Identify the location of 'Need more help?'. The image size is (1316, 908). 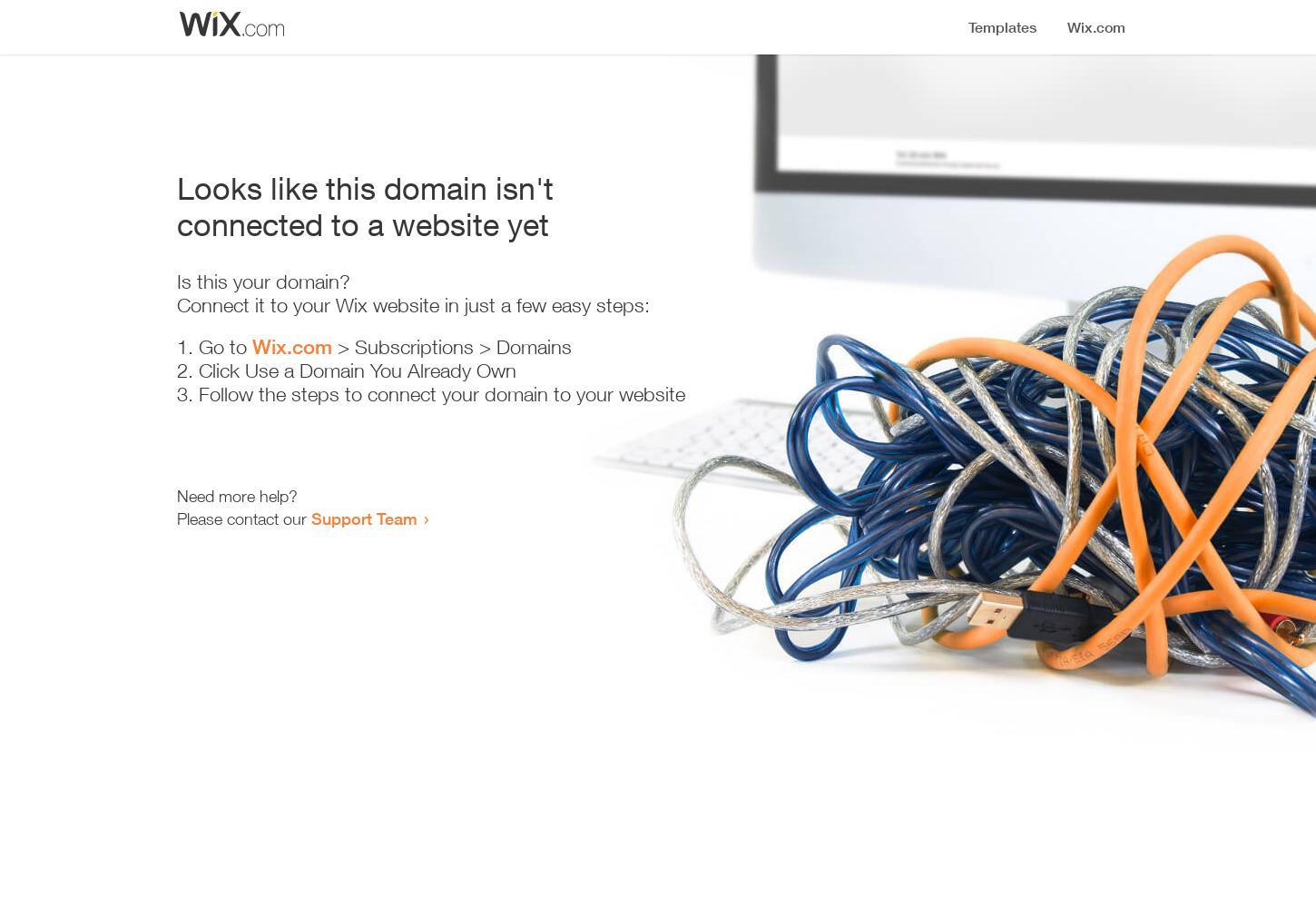
(237, 496).